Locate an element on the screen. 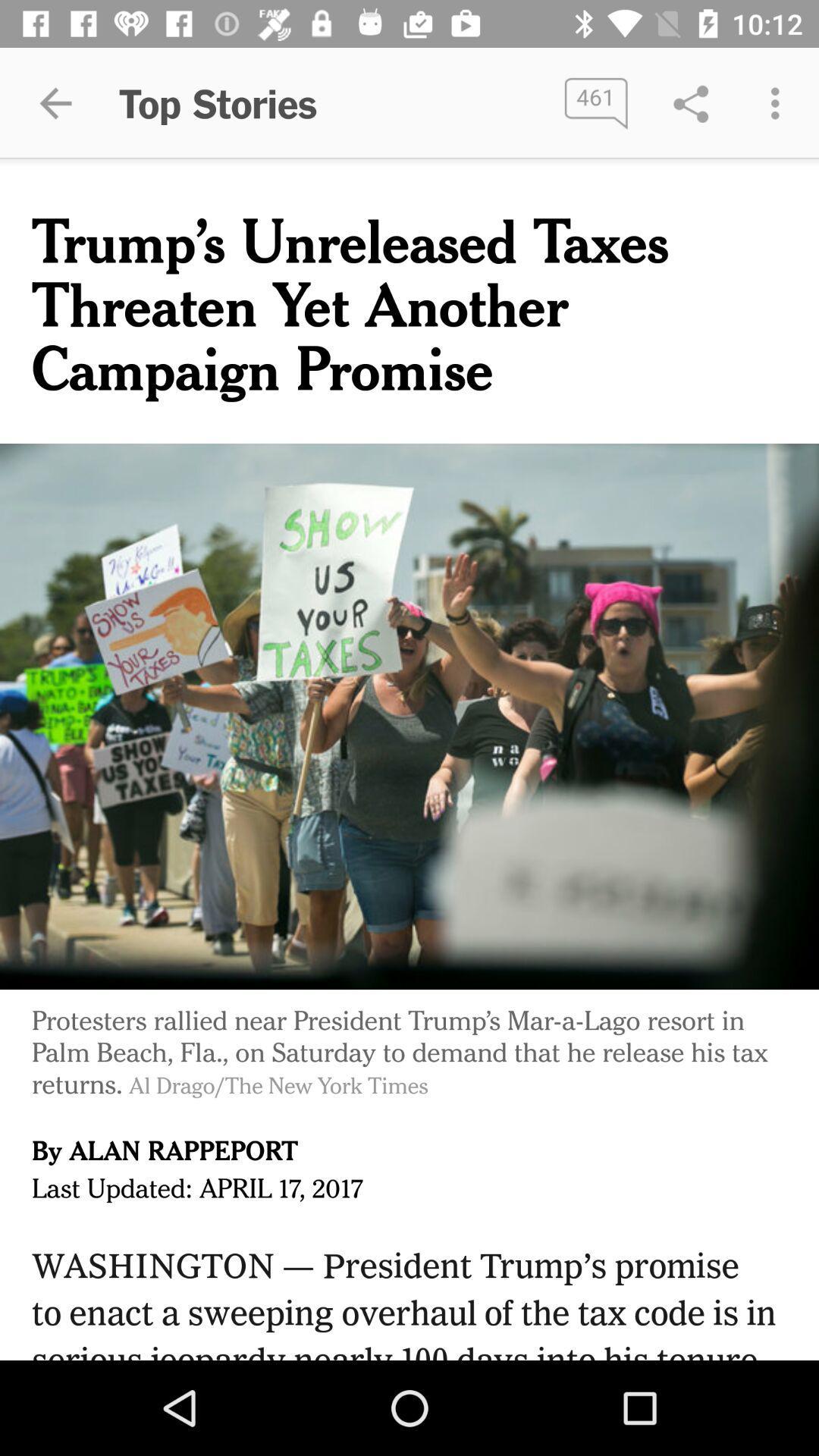  the item next to top stories app is located at coordinates (595, 102).